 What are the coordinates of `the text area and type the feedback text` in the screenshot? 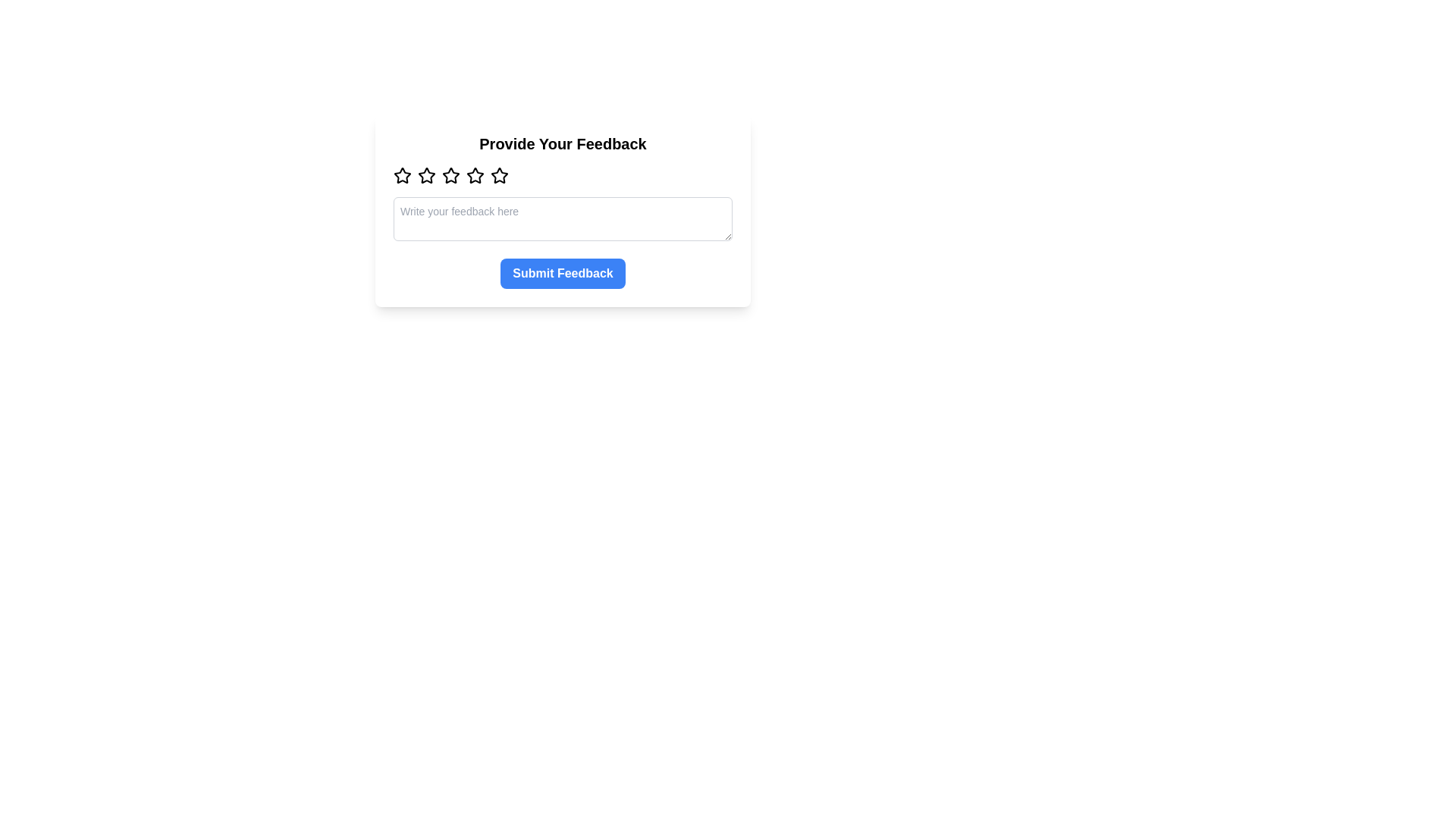 It's located at (562, 219).